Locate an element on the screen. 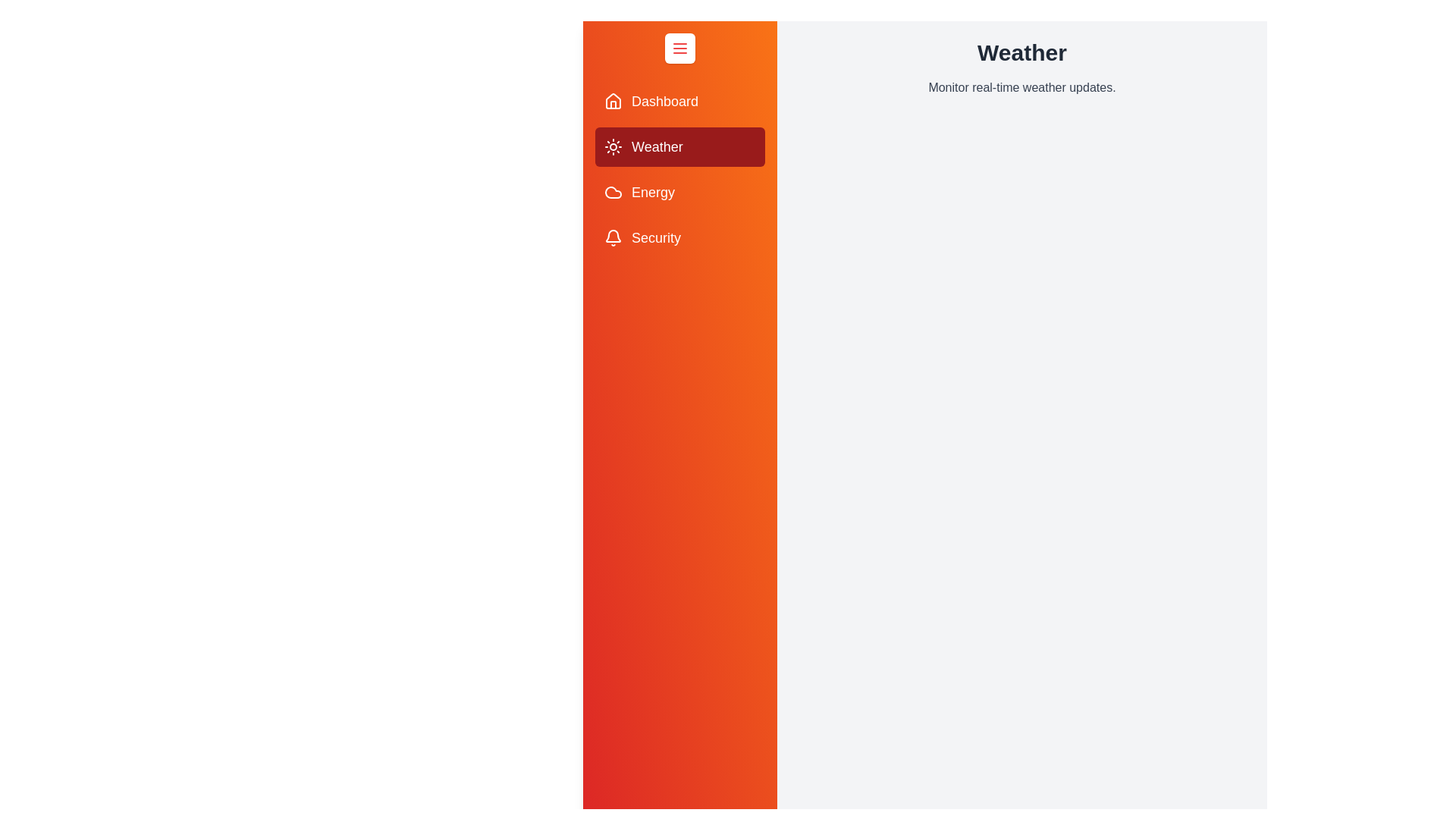  the Energy section from the drawer menu is located at coordinates (679, 192).